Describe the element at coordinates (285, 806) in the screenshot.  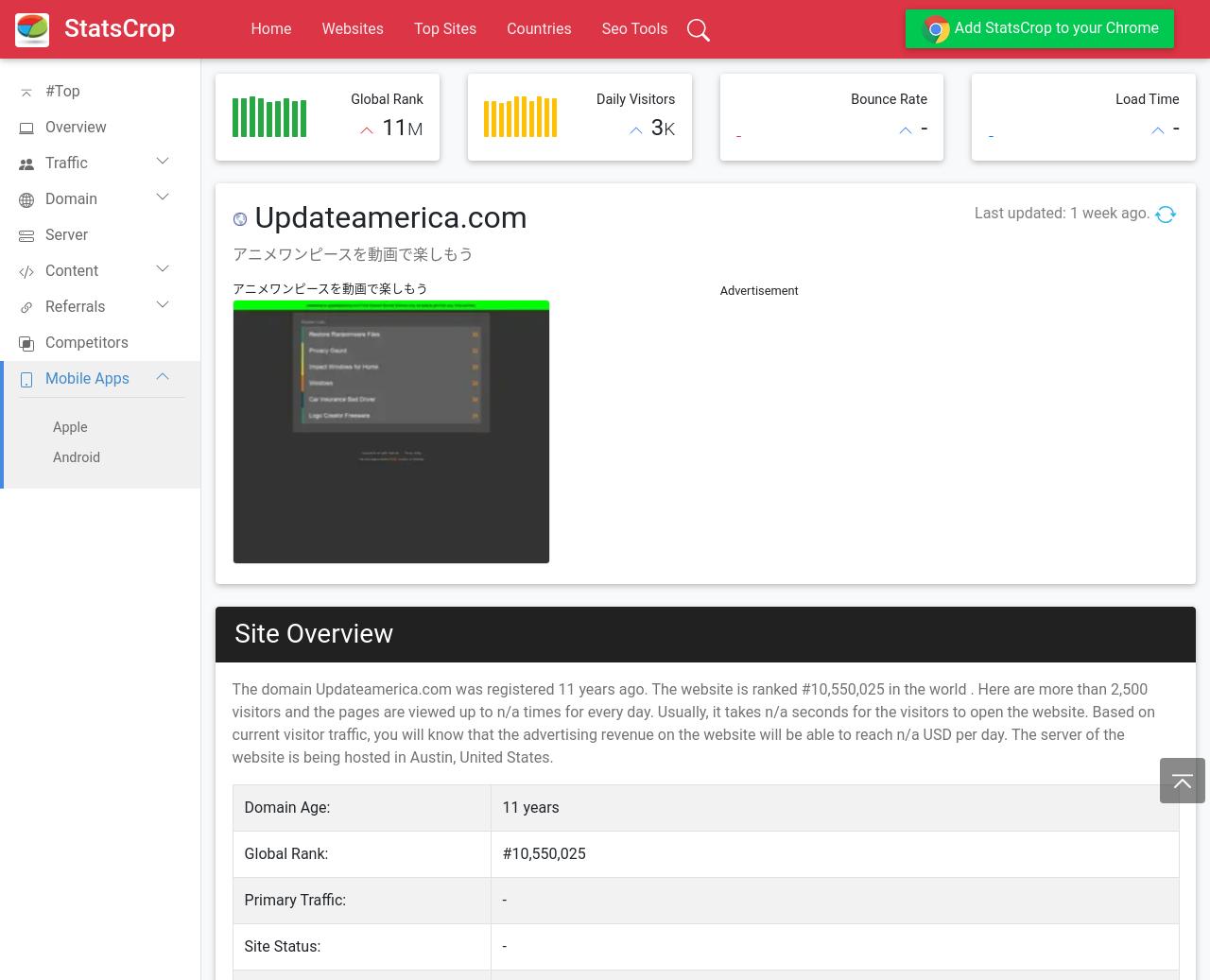
I see `'Domain Age:'` at that location.